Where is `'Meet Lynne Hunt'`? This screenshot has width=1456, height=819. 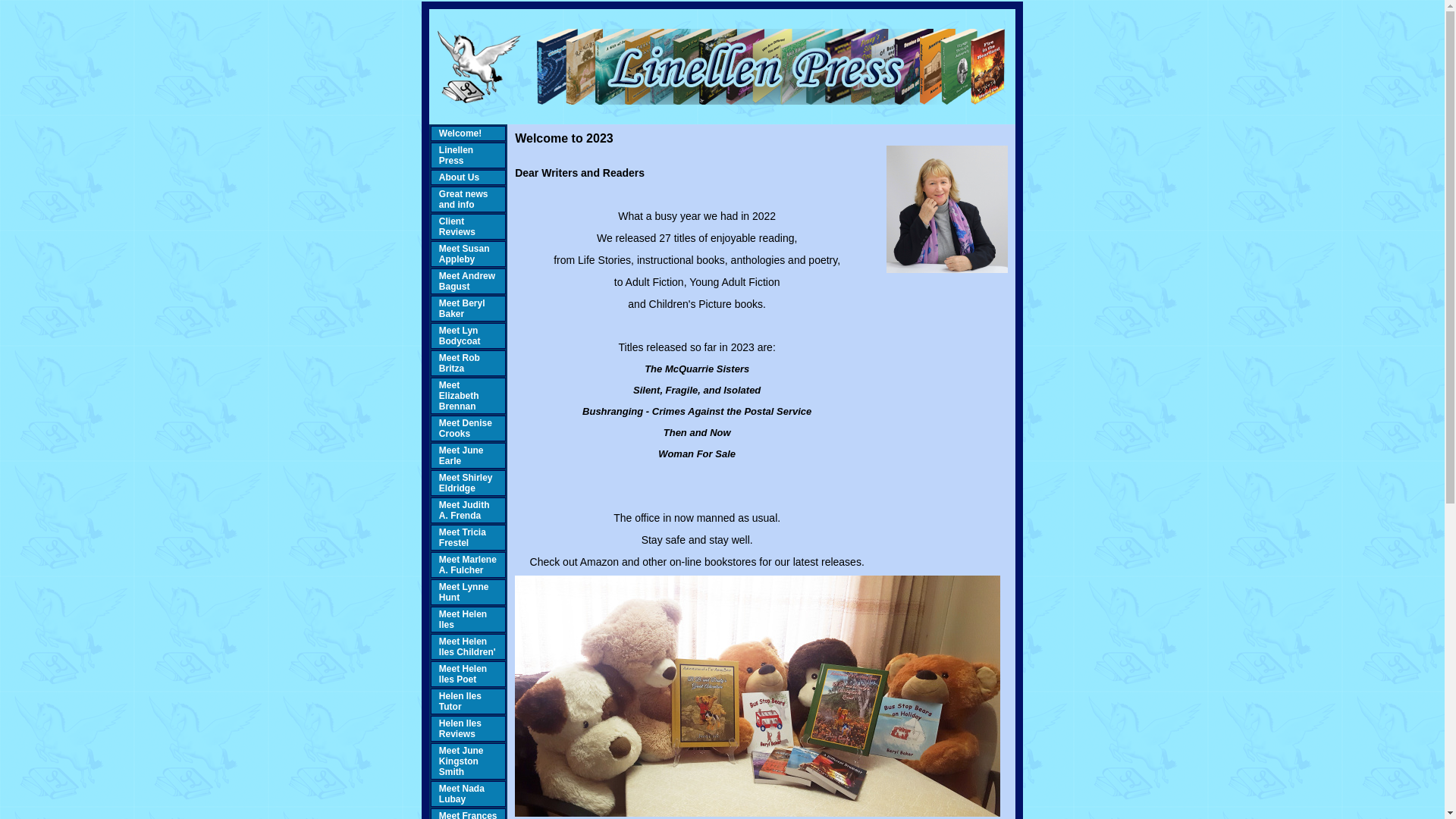
'Meet Lynne Hunt' is located at coordinates (438, 591).